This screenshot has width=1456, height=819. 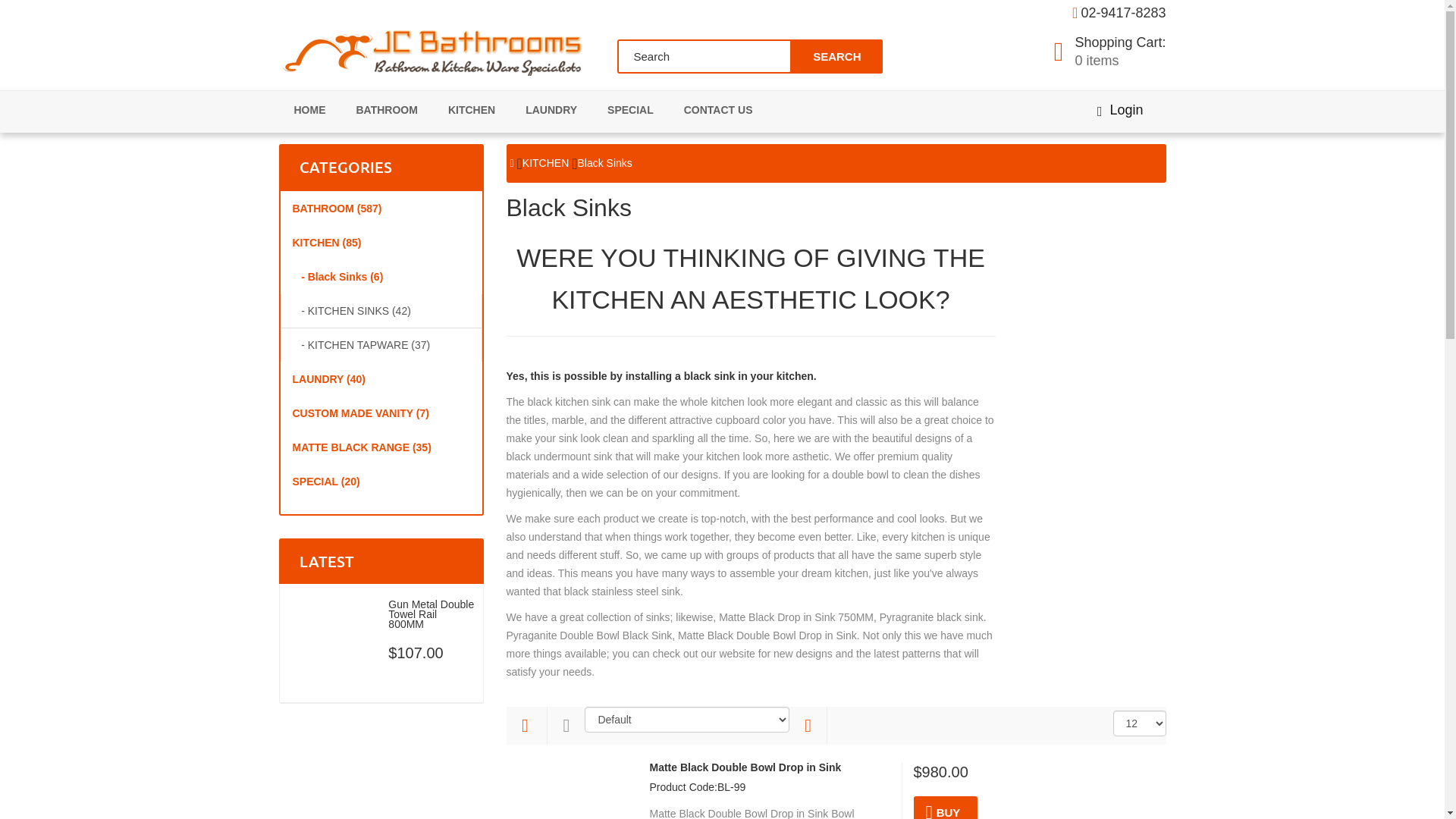 What do you see at coordinates (280, 277) in the screenshot?
I see `'   - Black Sinks (6)'` at bounding box center [280, 277].